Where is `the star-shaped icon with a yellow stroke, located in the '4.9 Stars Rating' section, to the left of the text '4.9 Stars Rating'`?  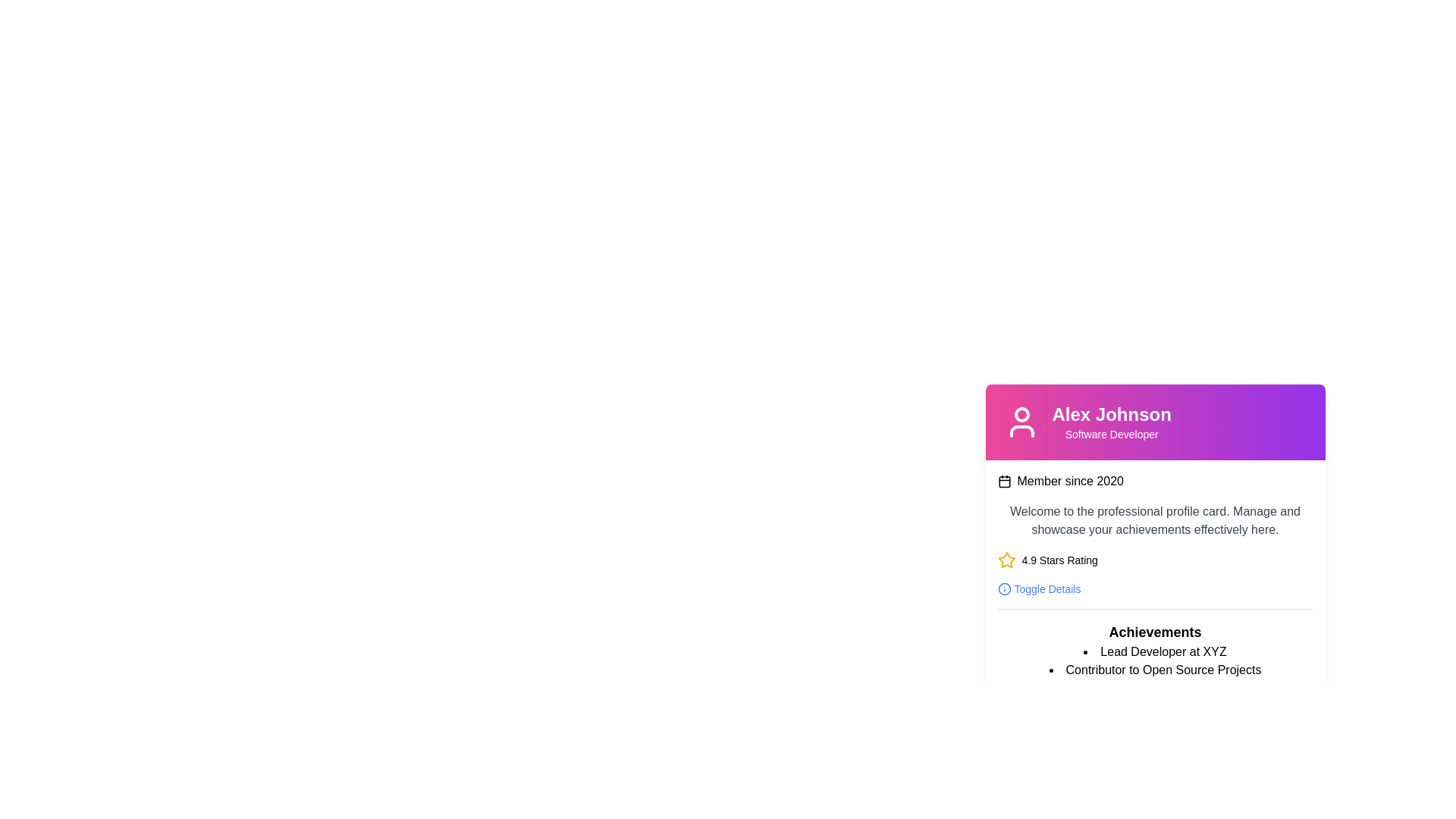
the star-shaped icon with a yellow stroke, located in the '4.9 Stars Rating' section, to the left of the text '4.9 Stars Rating' is located at coordinates (1006, 560).